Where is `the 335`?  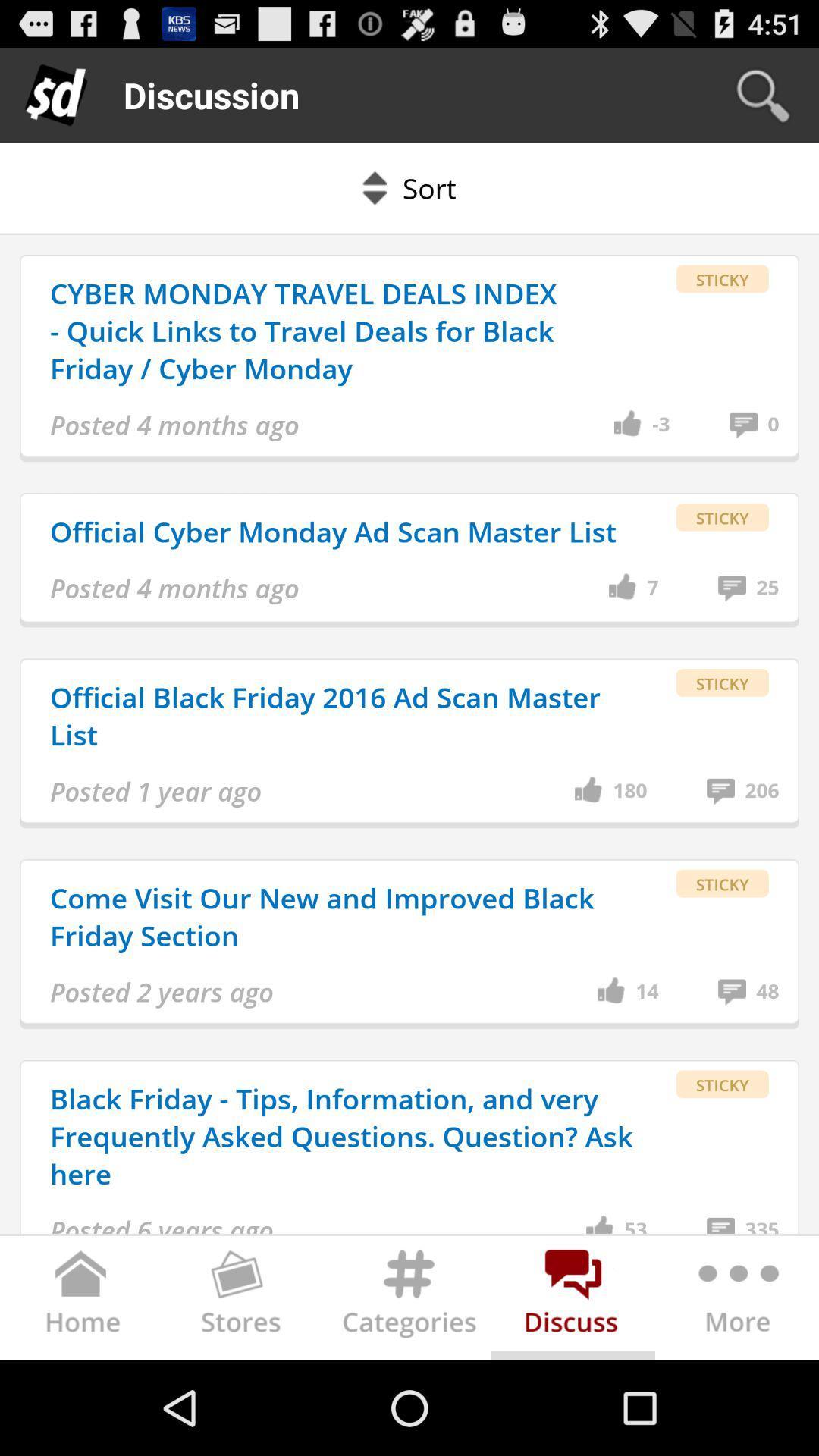
the 335 is located at coordinates (762, 1224).